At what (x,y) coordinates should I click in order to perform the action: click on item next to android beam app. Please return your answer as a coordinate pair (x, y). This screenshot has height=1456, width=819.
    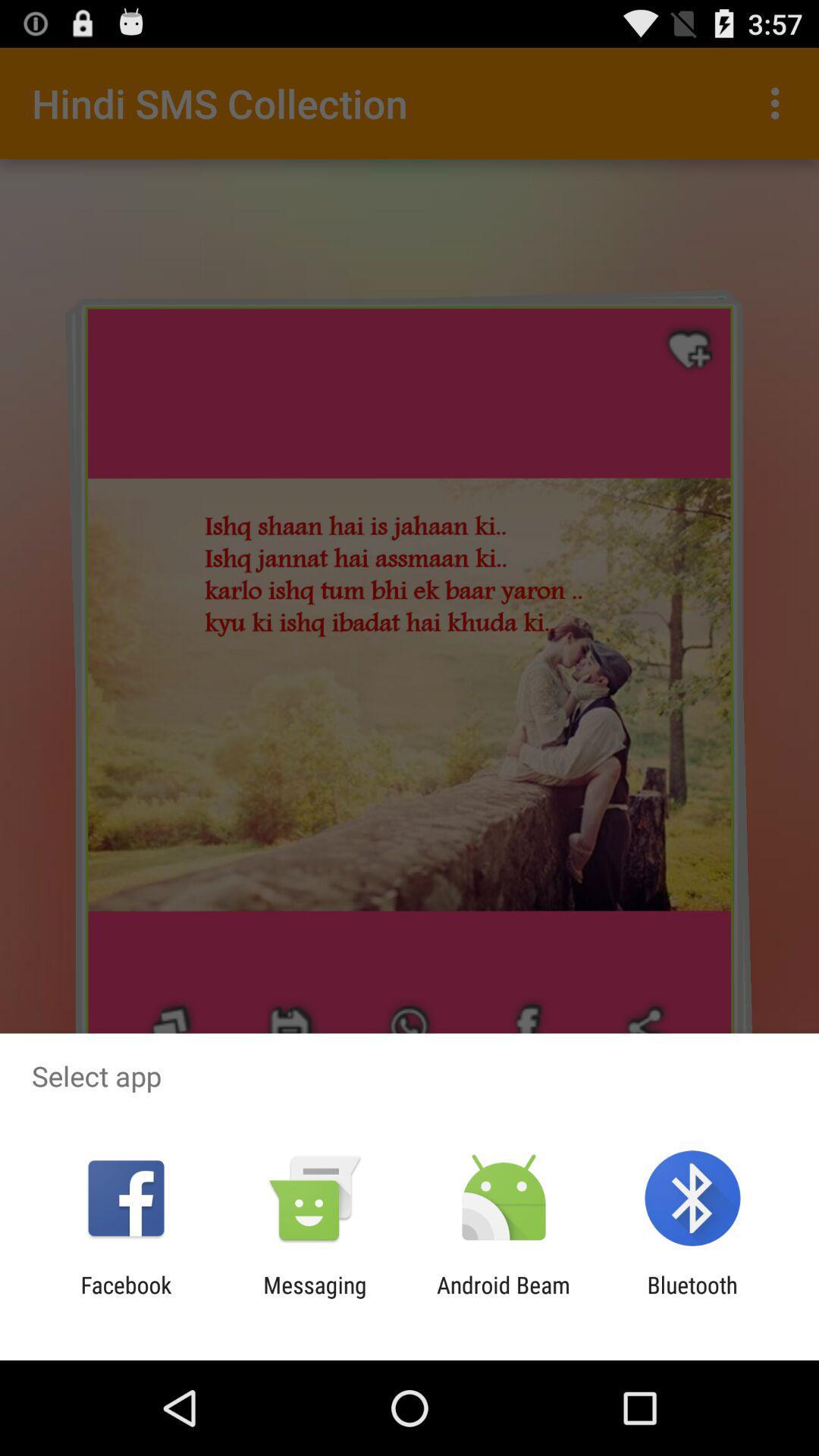
    Looking at the image, I should click on (692, 1298).